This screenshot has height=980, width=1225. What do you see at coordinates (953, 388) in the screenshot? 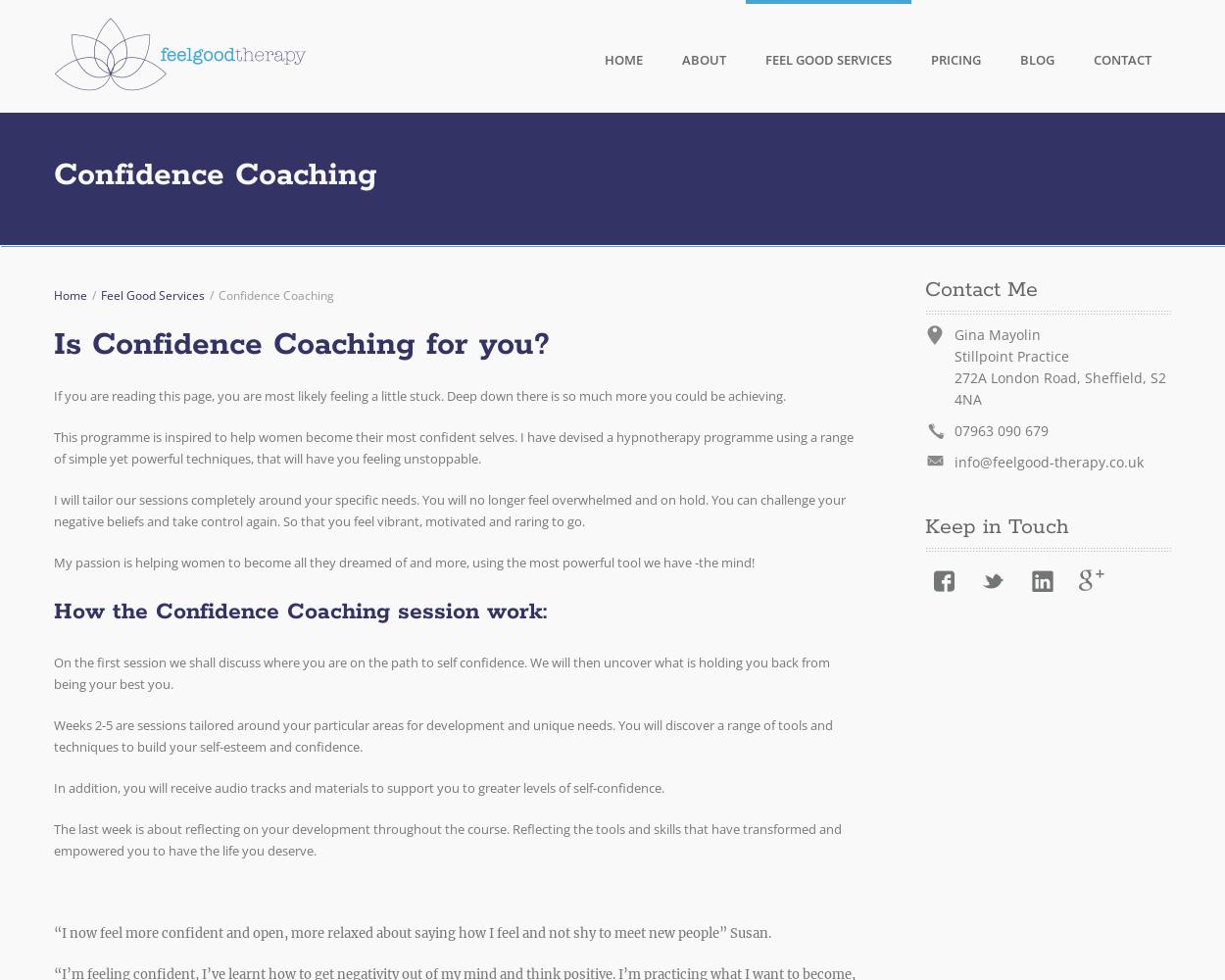
I see `'272A London Road, Sheffield, S2 4NA'` at bounding box center [953, 388].